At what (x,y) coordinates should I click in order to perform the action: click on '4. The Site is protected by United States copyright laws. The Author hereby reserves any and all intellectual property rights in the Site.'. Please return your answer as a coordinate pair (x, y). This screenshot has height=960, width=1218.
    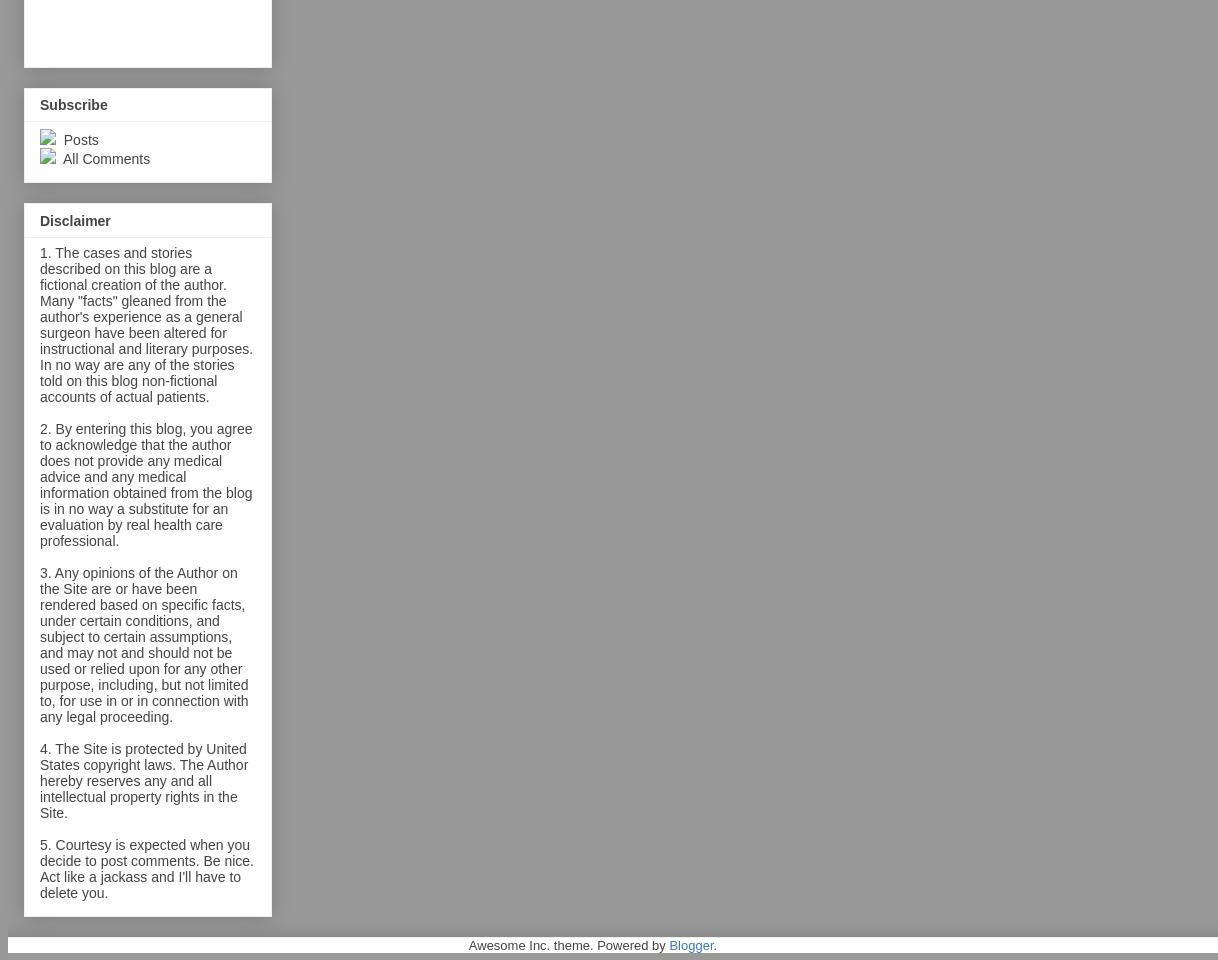
    Looking at the image, I should click on (142, 779).